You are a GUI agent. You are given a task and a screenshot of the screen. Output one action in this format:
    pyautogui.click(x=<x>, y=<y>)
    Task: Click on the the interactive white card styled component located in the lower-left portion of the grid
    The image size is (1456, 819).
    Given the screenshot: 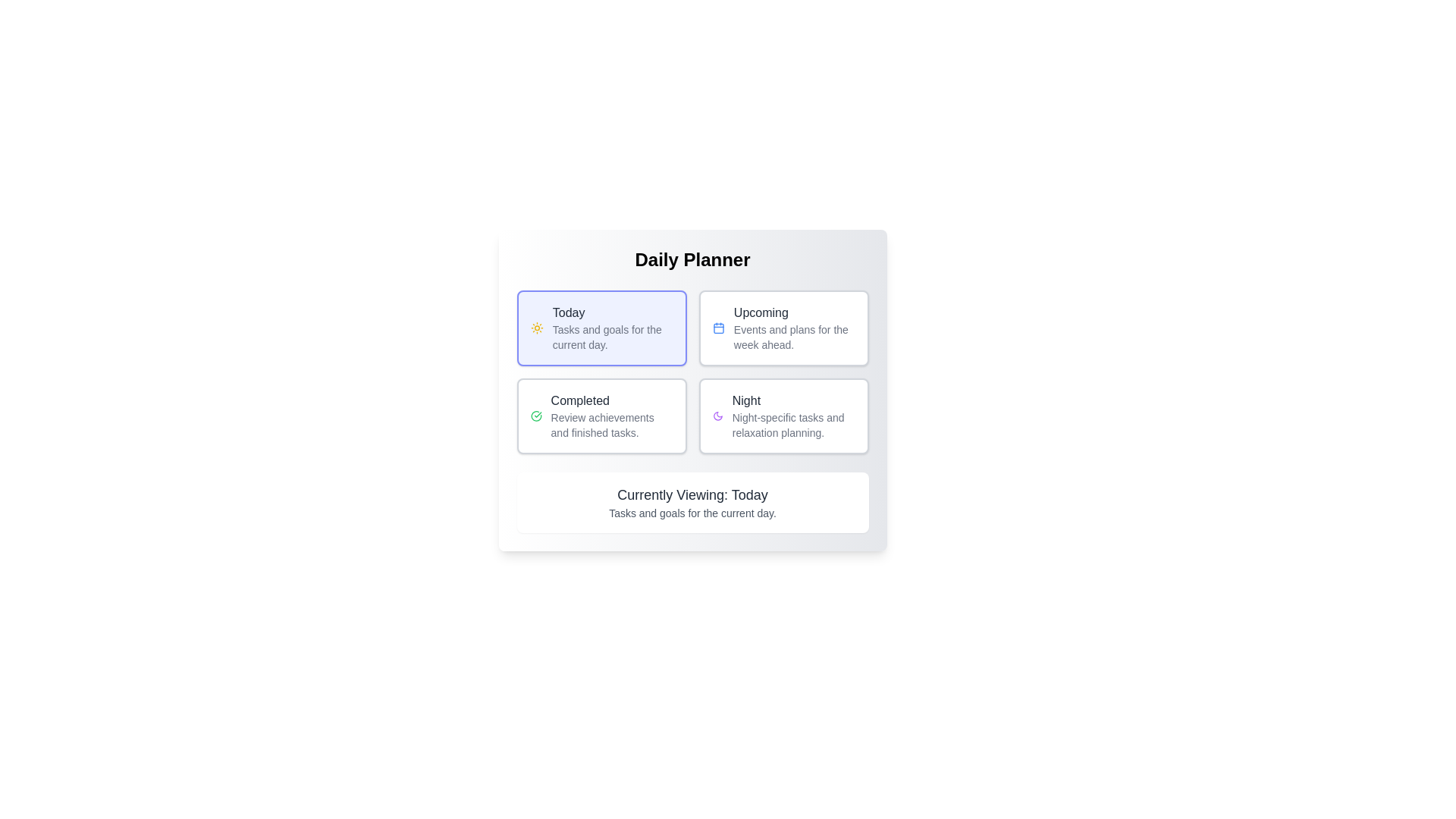 What is the action you would take?
    pyautogui.click(x=692, y=390)
    